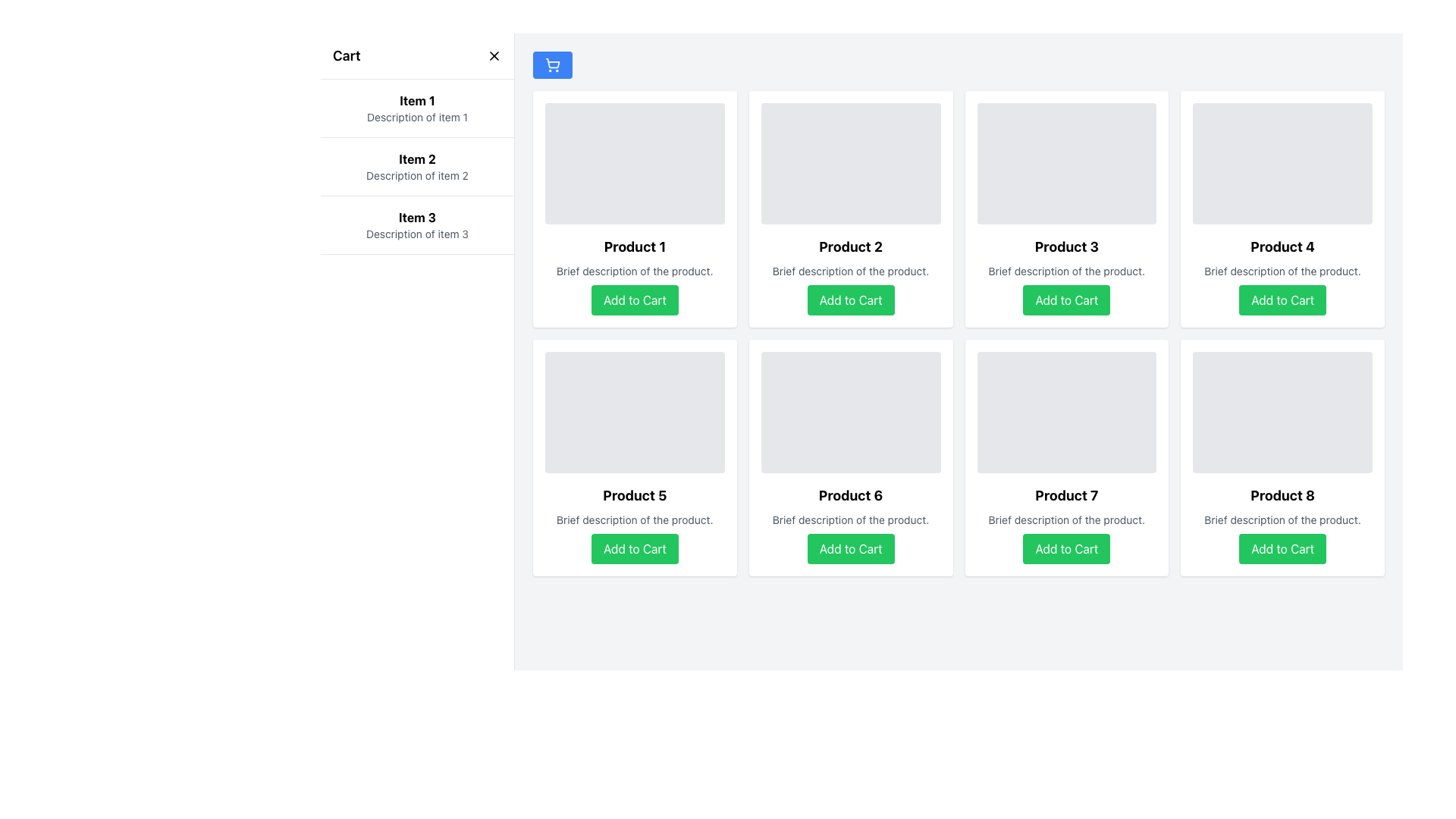  What do you see at coordinates (1282, 271) in the screenshot?
I see `the descriptive text label located between 'Product 4' and the 'Add to Cart' button in the fourth column of the top row in the product grid` at bounding box center [1282, 271].